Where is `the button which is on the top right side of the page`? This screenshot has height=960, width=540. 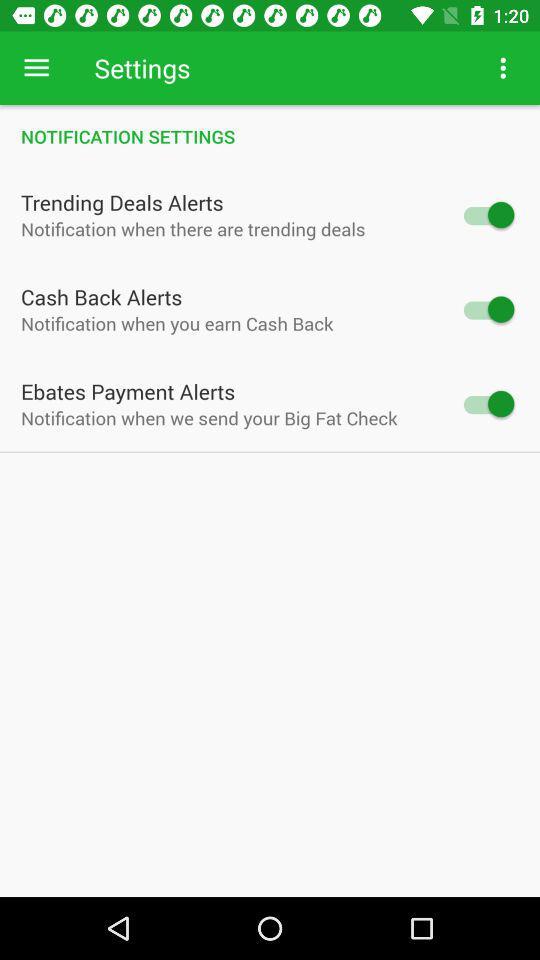
the button which is on the top right side of the page is located at coordinates (502, 68).